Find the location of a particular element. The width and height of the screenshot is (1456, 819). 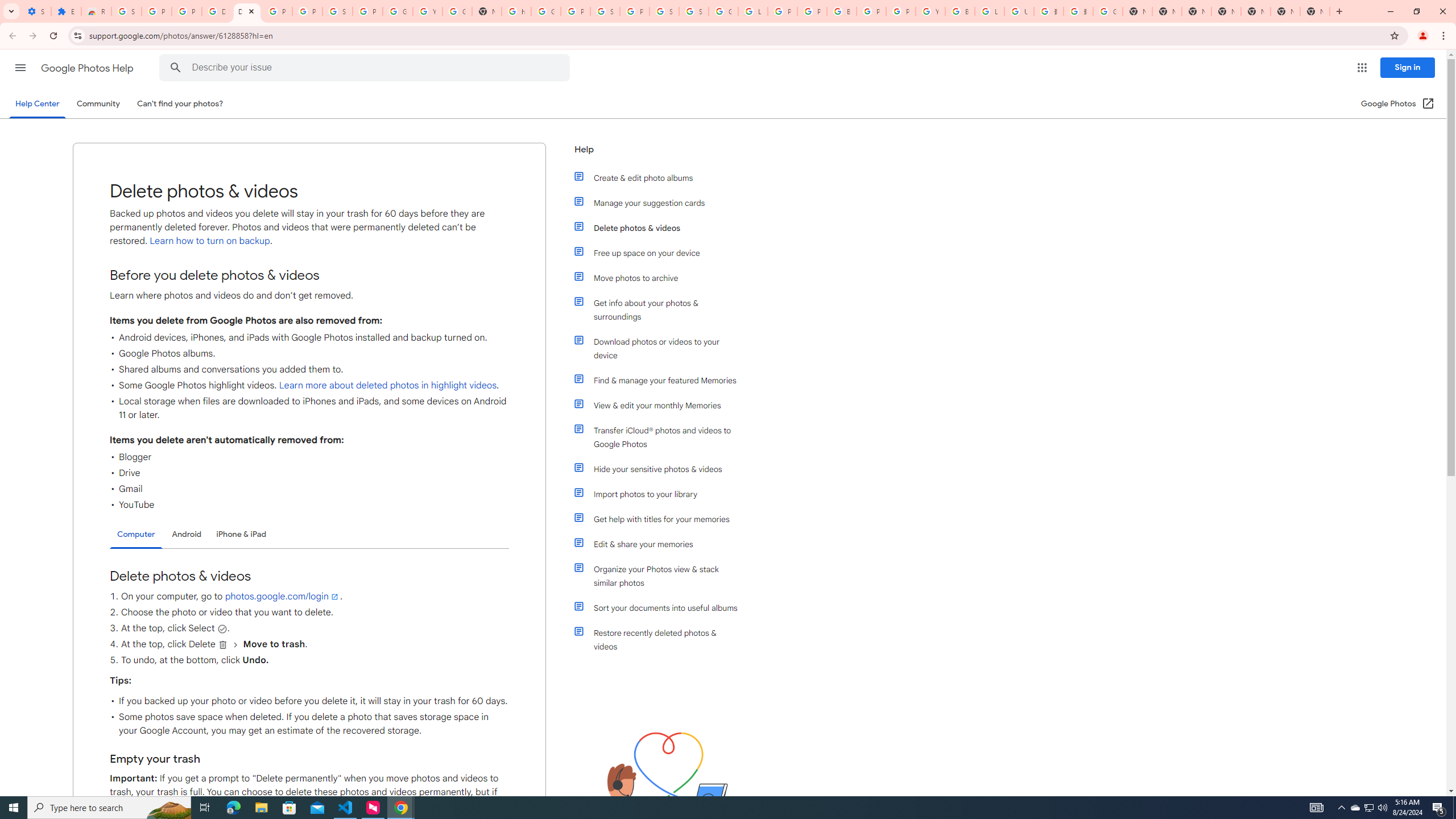

'Community' is located at coordinates (97, 103).